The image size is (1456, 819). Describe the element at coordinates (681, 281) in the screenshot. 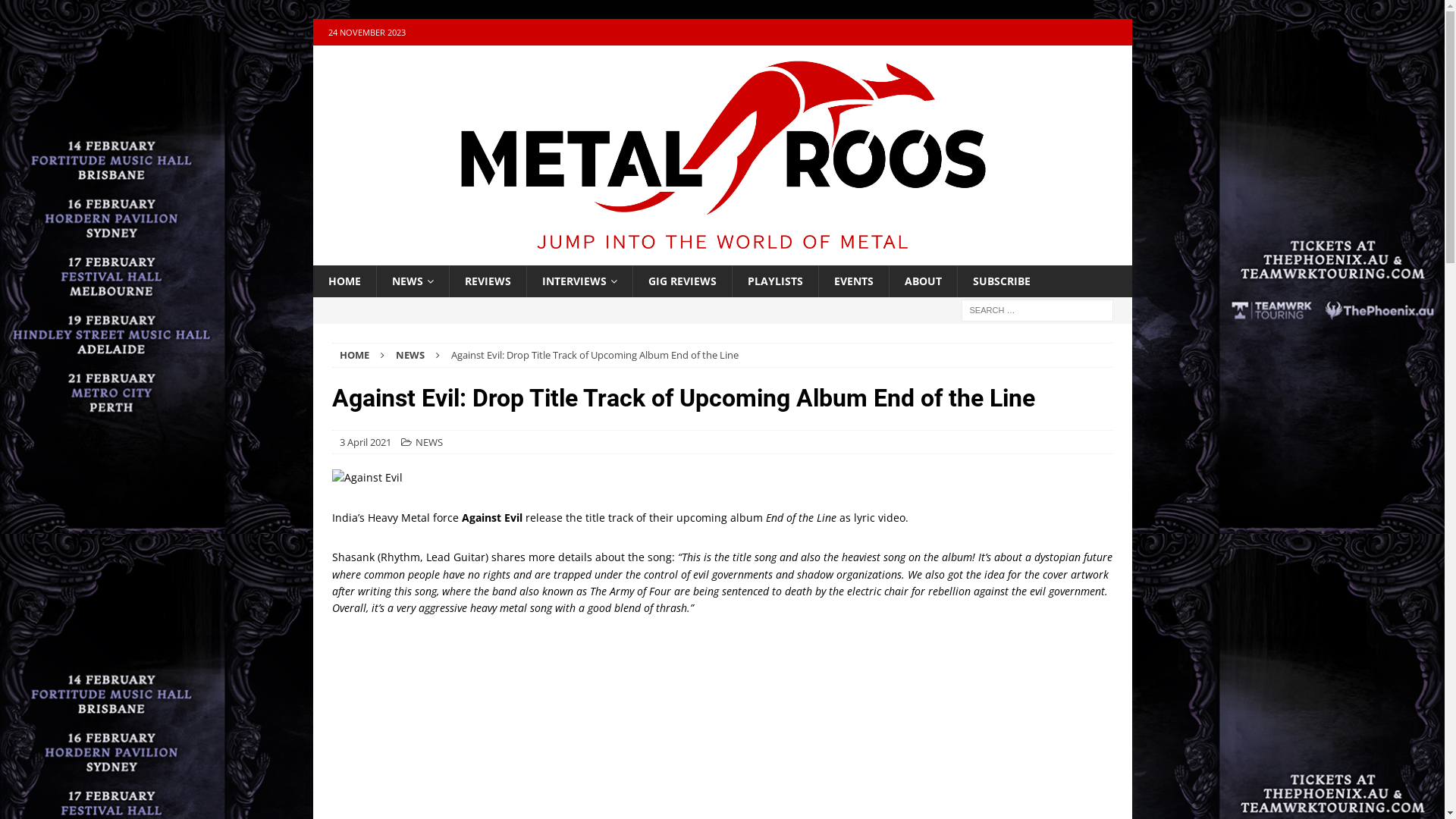

I see `'GIG REVIEWS'` at that location.